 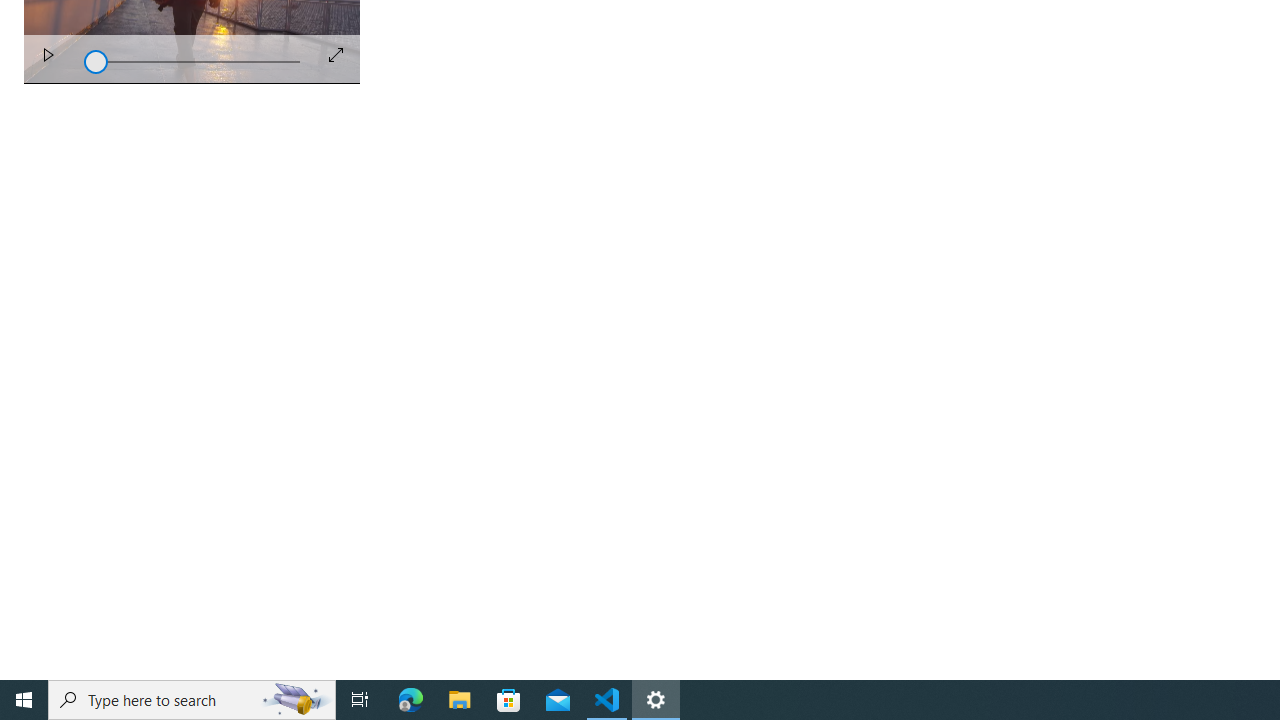 What do you see at coordinates (656, 698) in the screenshot?
I see `'Settings - 1 running window'` at bounding box center [656, 698].